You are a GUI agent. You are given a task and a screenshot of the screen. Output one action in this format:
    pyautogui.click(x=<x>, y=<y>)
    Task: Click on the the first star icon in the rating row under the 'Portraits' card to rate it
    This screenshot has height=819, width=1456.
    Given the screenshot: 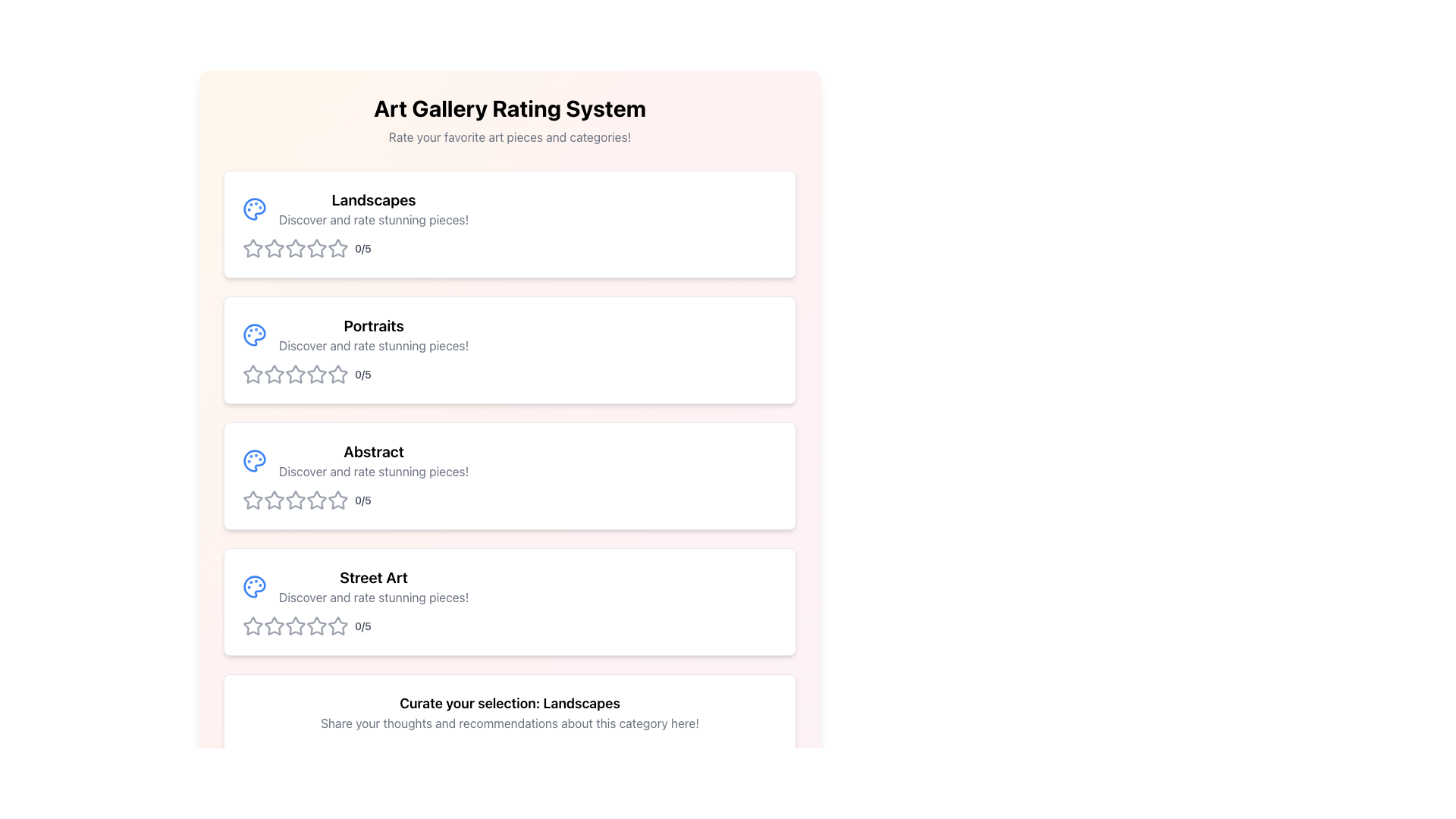 What is the action you would take?
    pyautogui.click(x=253, y=374)
    